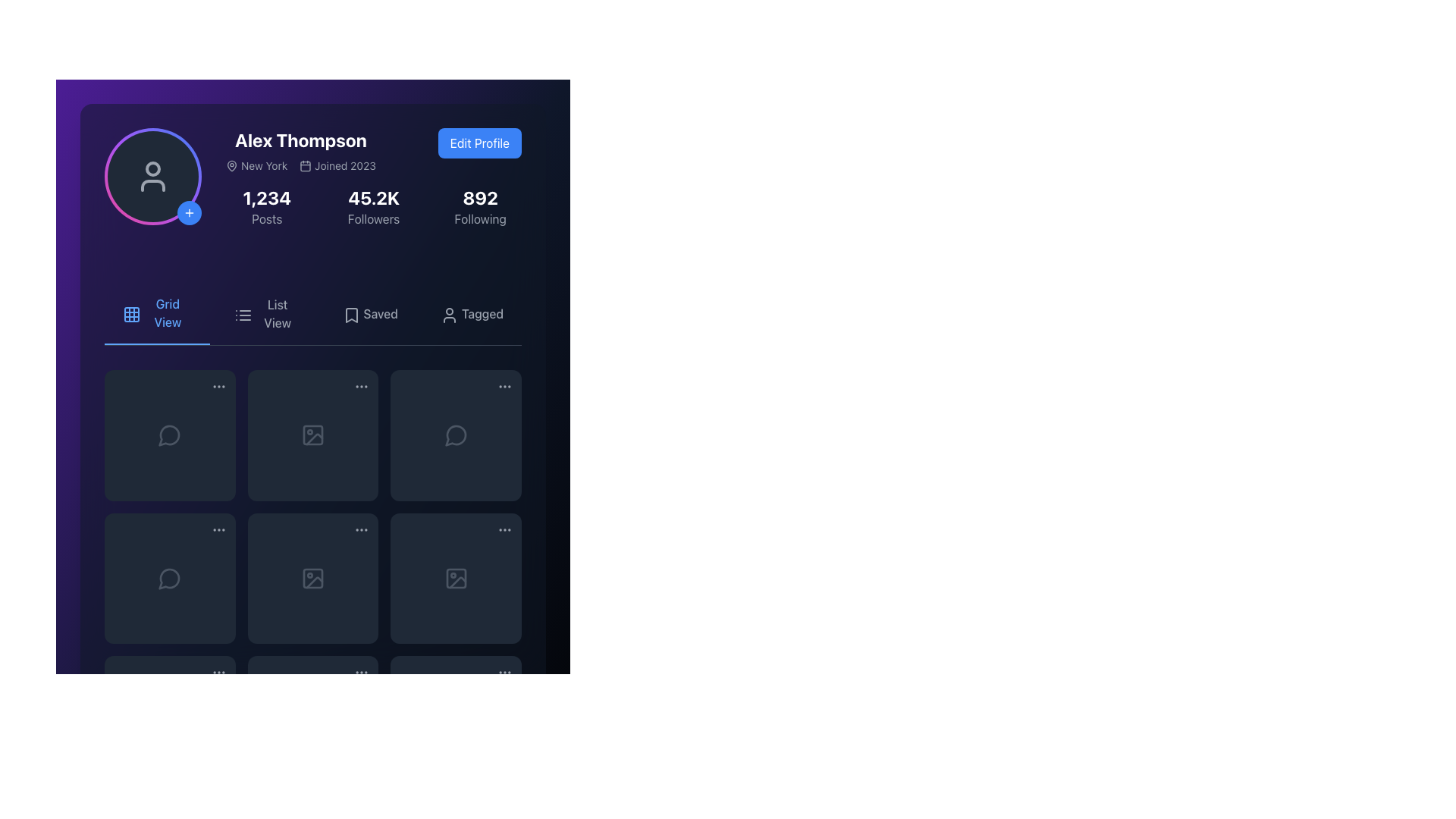  Describe the element at coordinates (471, 312) in the screenshot. I see `the fourth button in the horizontal navigation bar` at that location.